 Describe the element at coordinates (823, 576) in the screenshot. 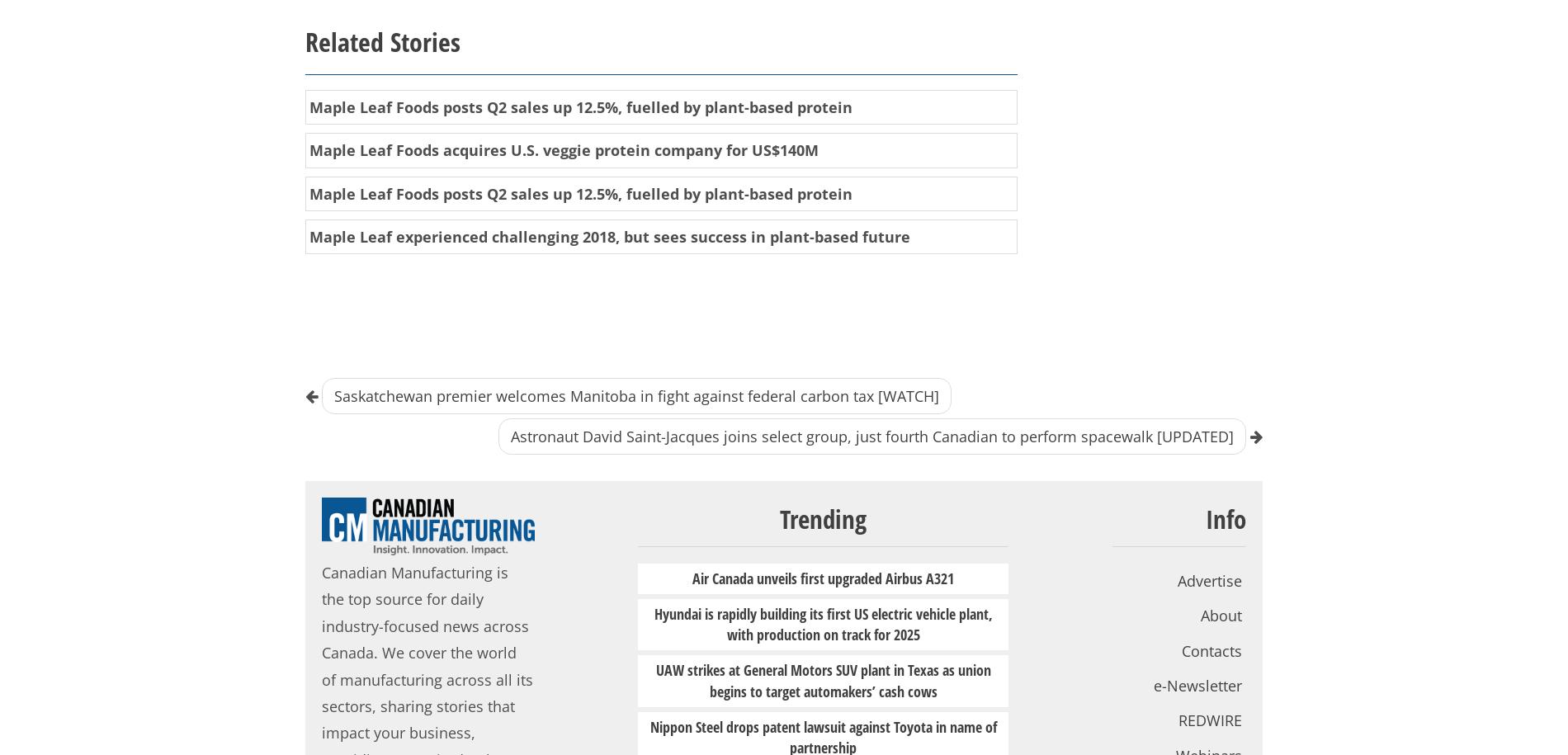

I see `'Air Canada unveils first upgraded Airbus A321'` at that location.